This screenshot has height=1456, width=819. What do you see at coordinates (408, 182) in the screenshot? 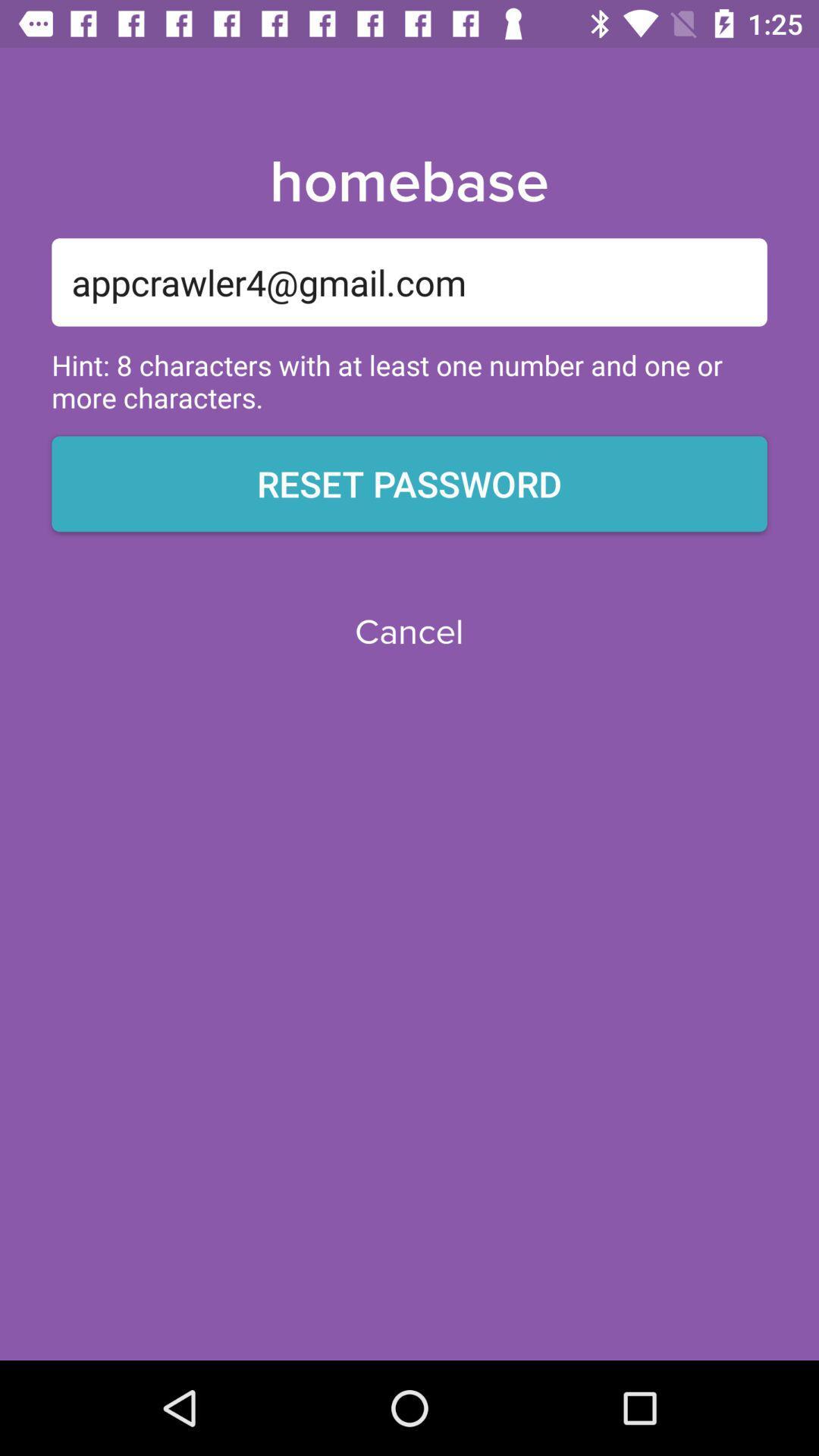
I see `the item above appcrawler4@gmail.com` at bounding box center [408, 182].